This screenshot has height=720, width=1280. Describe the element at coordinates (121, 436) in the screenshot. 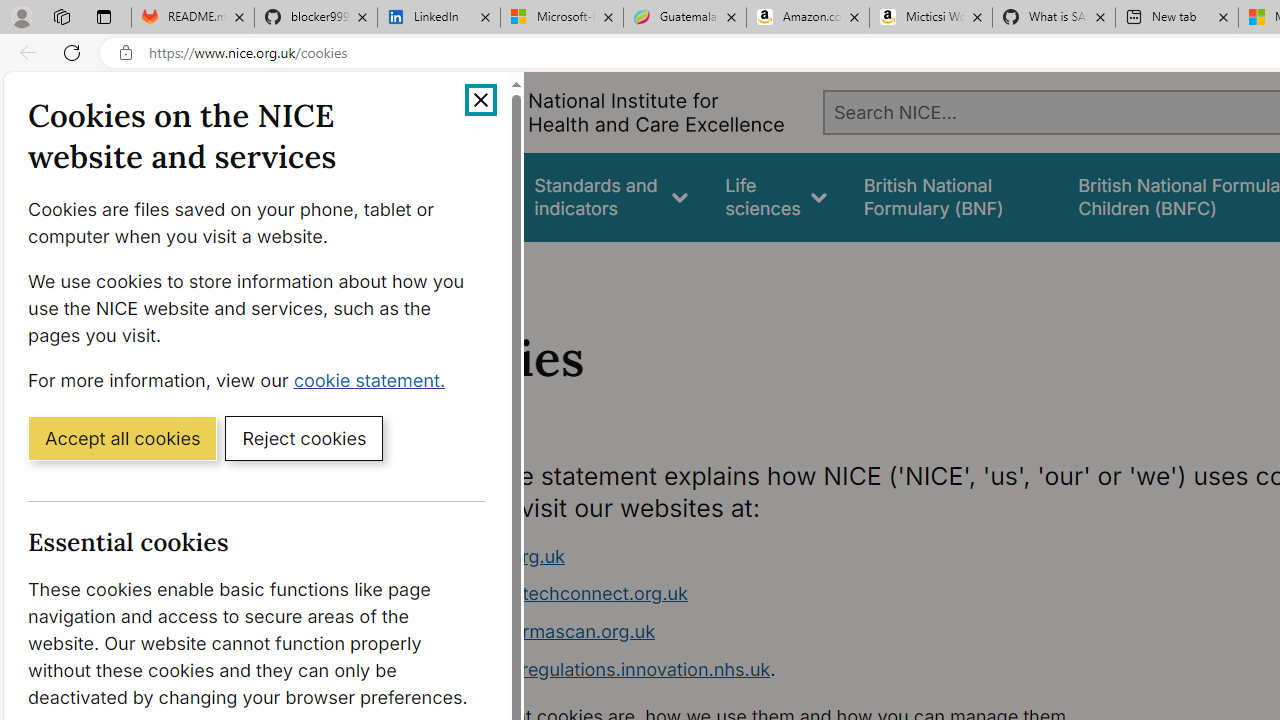

I see `'Accept all cookies'` at that location.